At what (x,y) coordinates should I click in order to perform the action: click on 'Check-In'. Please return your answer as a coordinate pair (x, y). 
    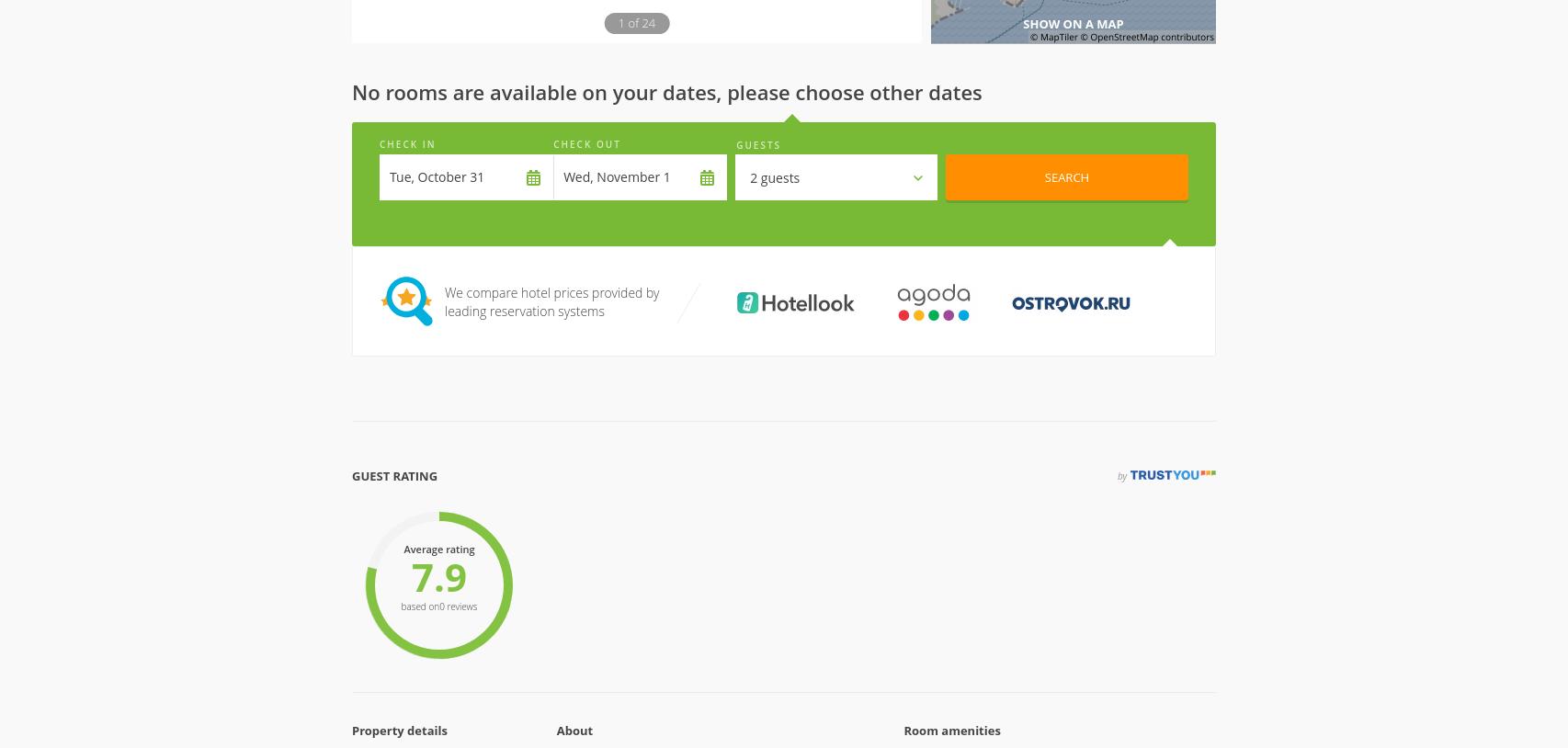
    Looking at the image, I should click on (606, 389).